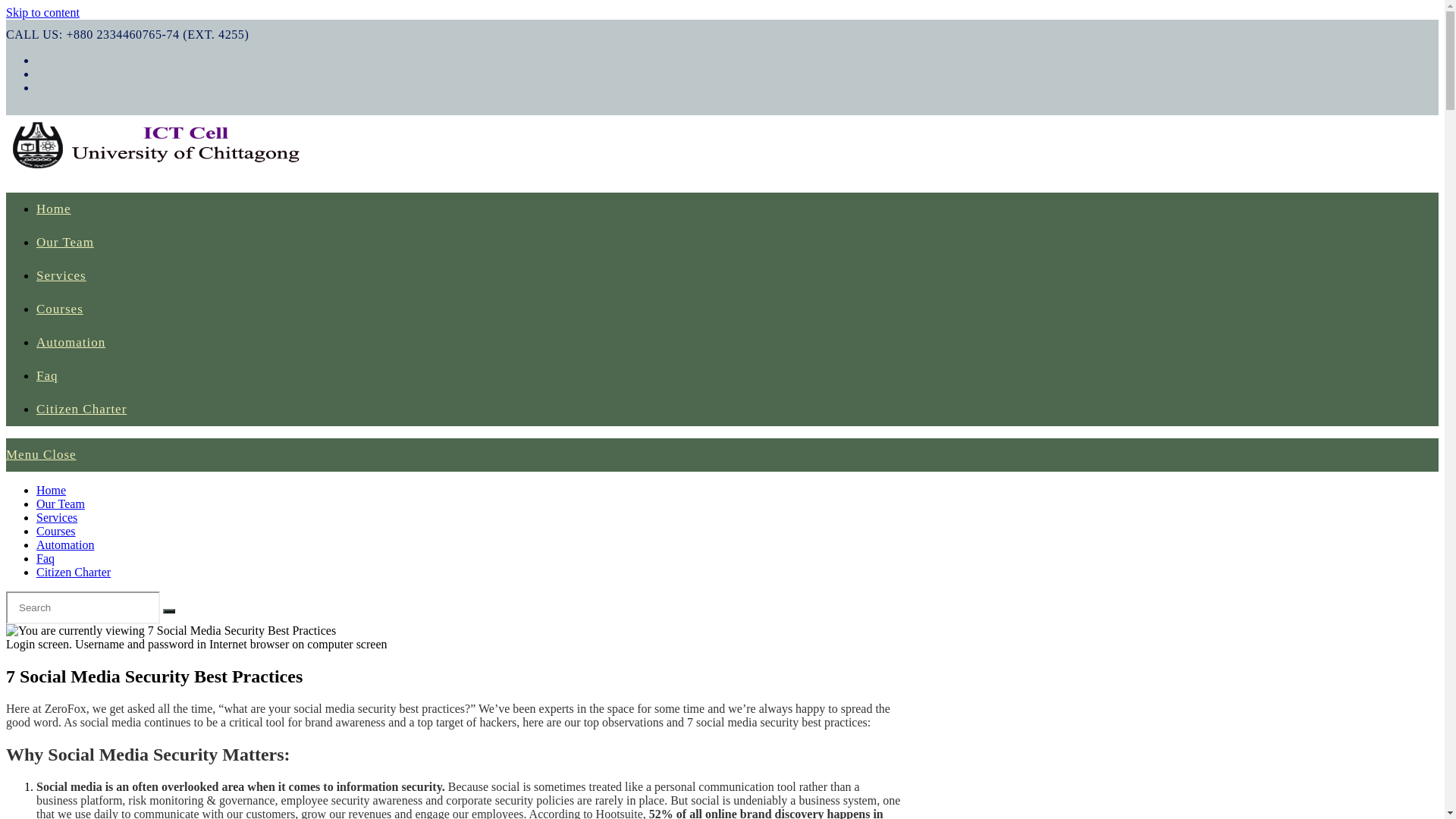  I want to click on 'Automation', so click(70, 342).